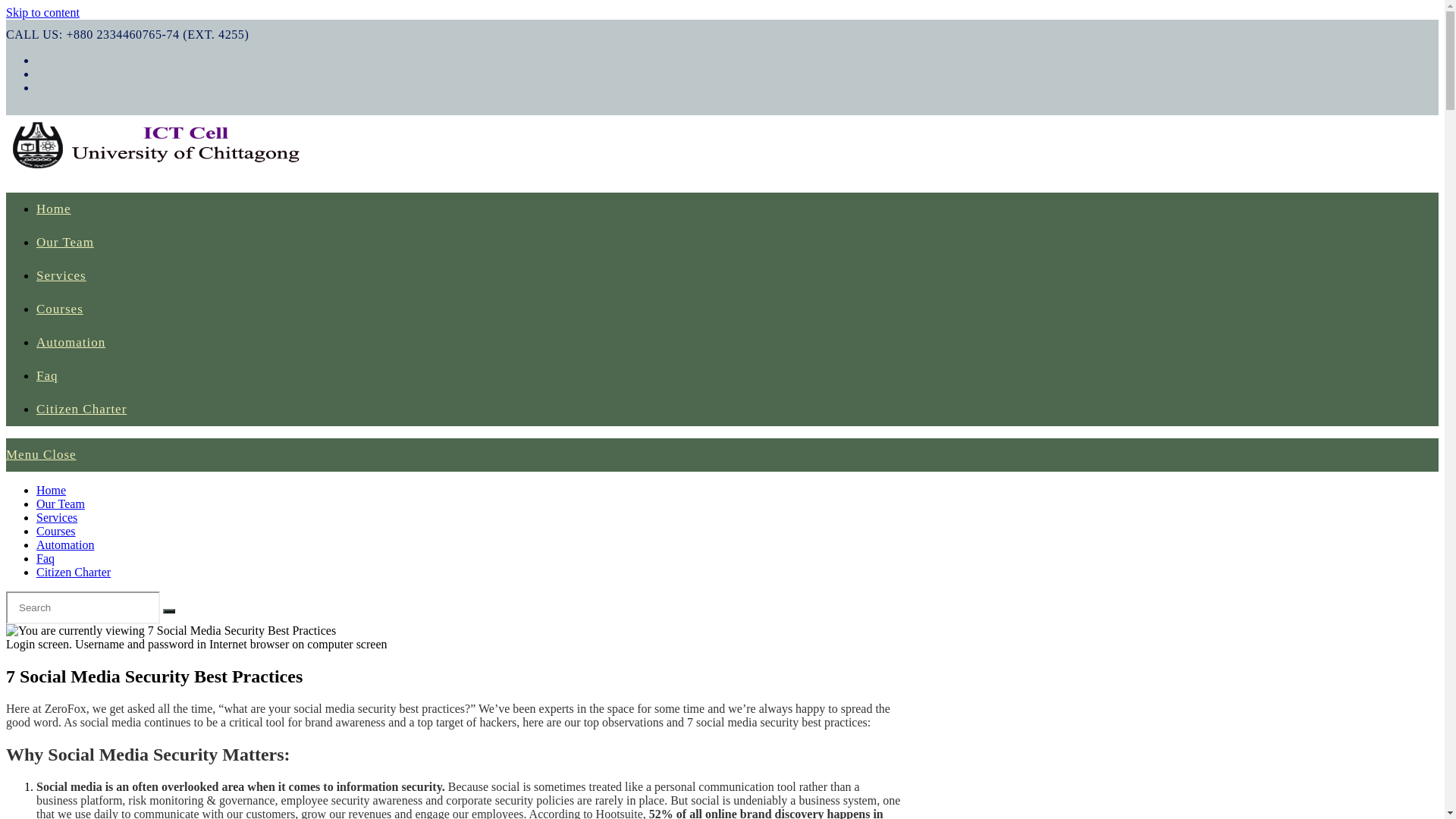  I want to click on 'Automation', so click(70, 342).